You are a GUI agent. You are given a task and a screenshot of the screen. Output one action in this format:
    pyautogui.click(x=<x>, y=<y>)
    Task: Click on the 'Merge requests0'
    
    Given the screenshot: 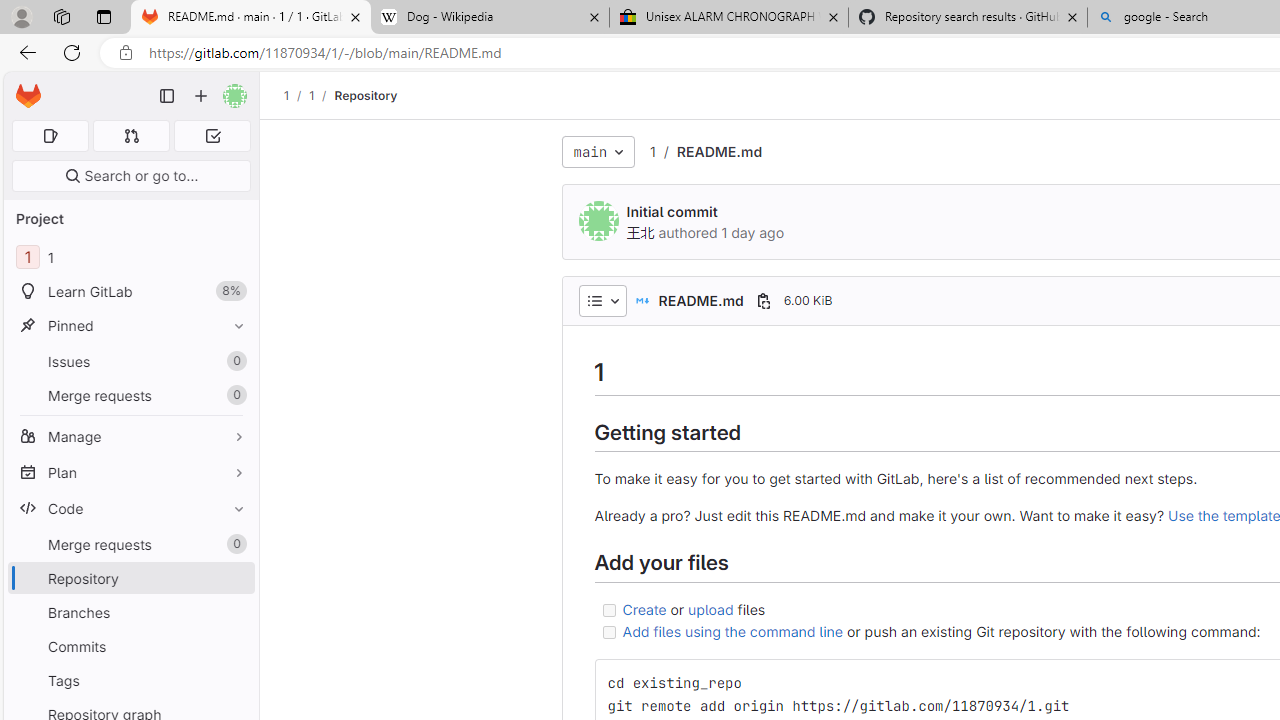 What is the action you would take?
    pyautogui.click(x=130, y=544)
    